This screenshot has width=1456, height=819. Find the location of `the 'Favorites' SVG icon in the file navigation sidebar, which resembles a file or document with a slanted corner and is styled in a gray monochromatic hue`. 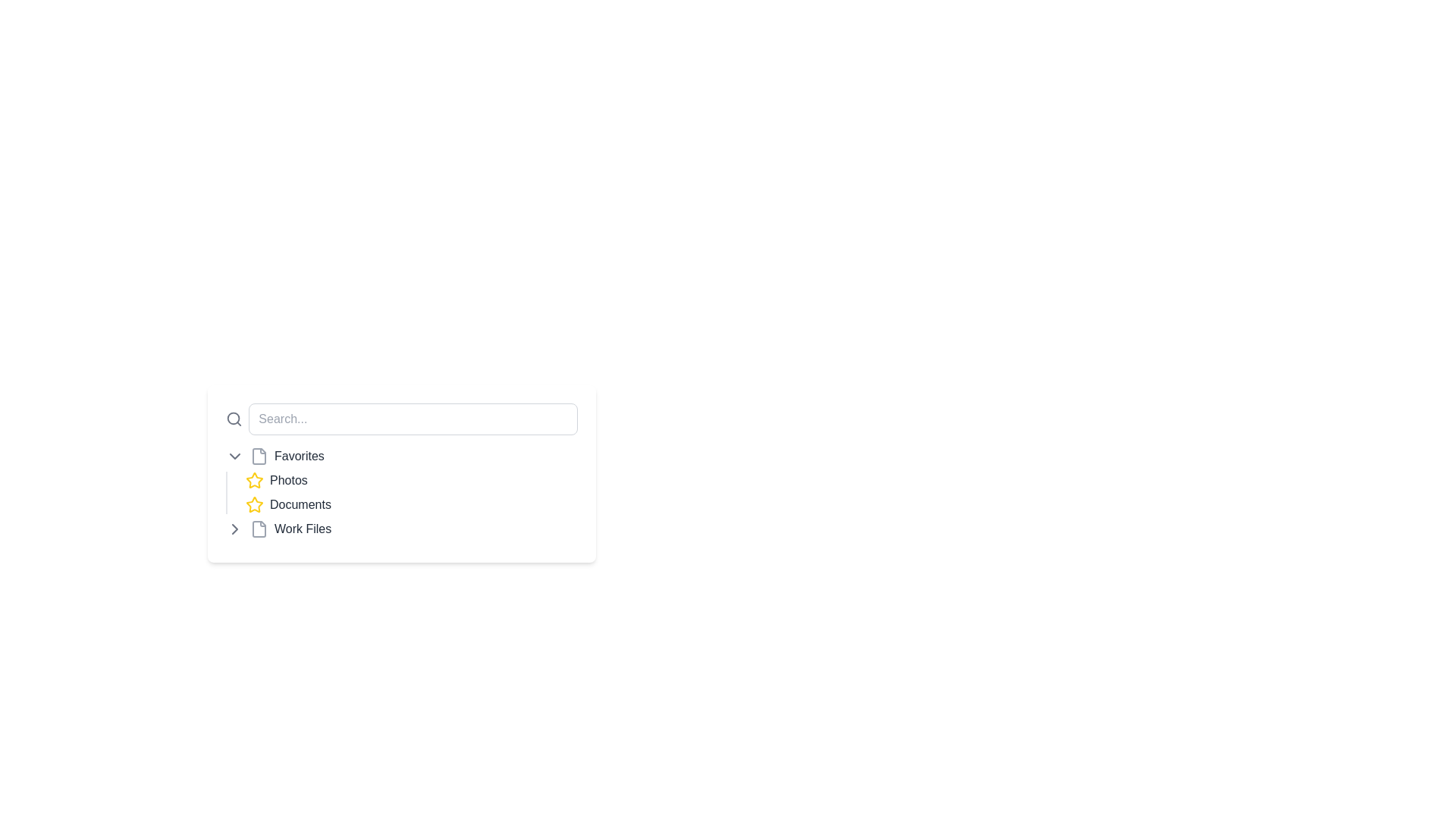

the 'Favorites' SVG icon in the file navigation sidebar, which resembles a file or document with a slanted corner and is styled in a gray monochromatic hue is located at coordinates (259, 455).